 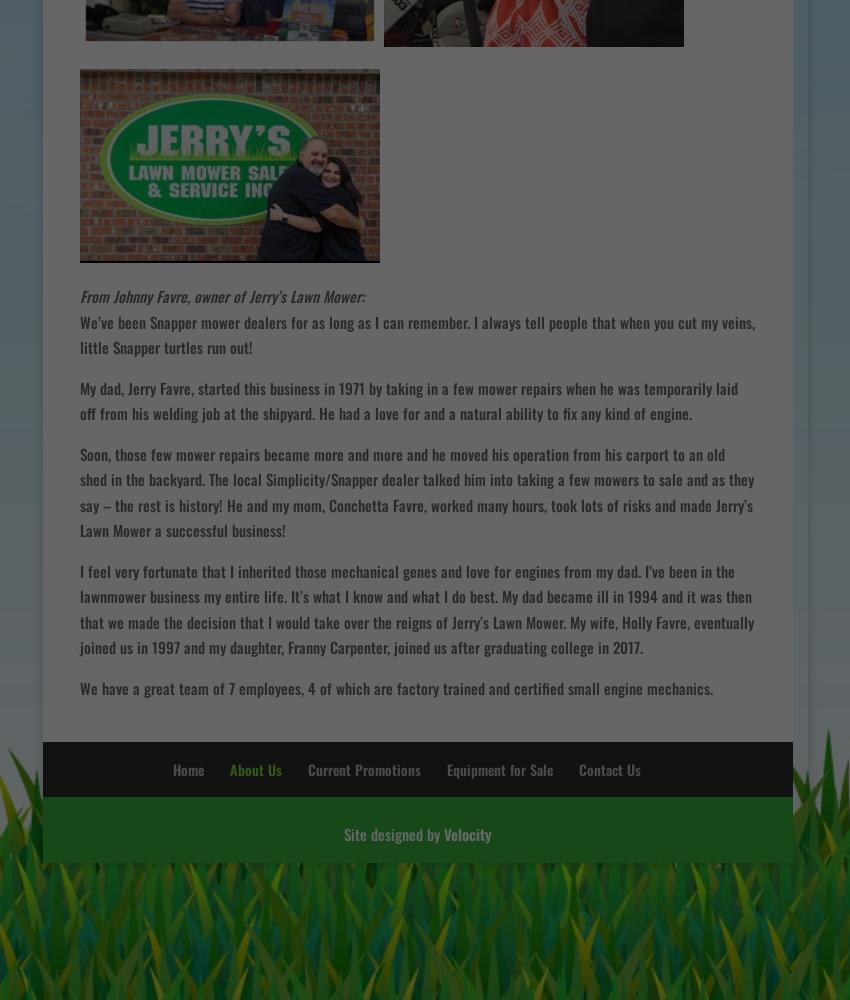 What do you see at coordinates (393, 833) in the screenshot?
I see `'Site designed by'` at bounding box center [393, 833].